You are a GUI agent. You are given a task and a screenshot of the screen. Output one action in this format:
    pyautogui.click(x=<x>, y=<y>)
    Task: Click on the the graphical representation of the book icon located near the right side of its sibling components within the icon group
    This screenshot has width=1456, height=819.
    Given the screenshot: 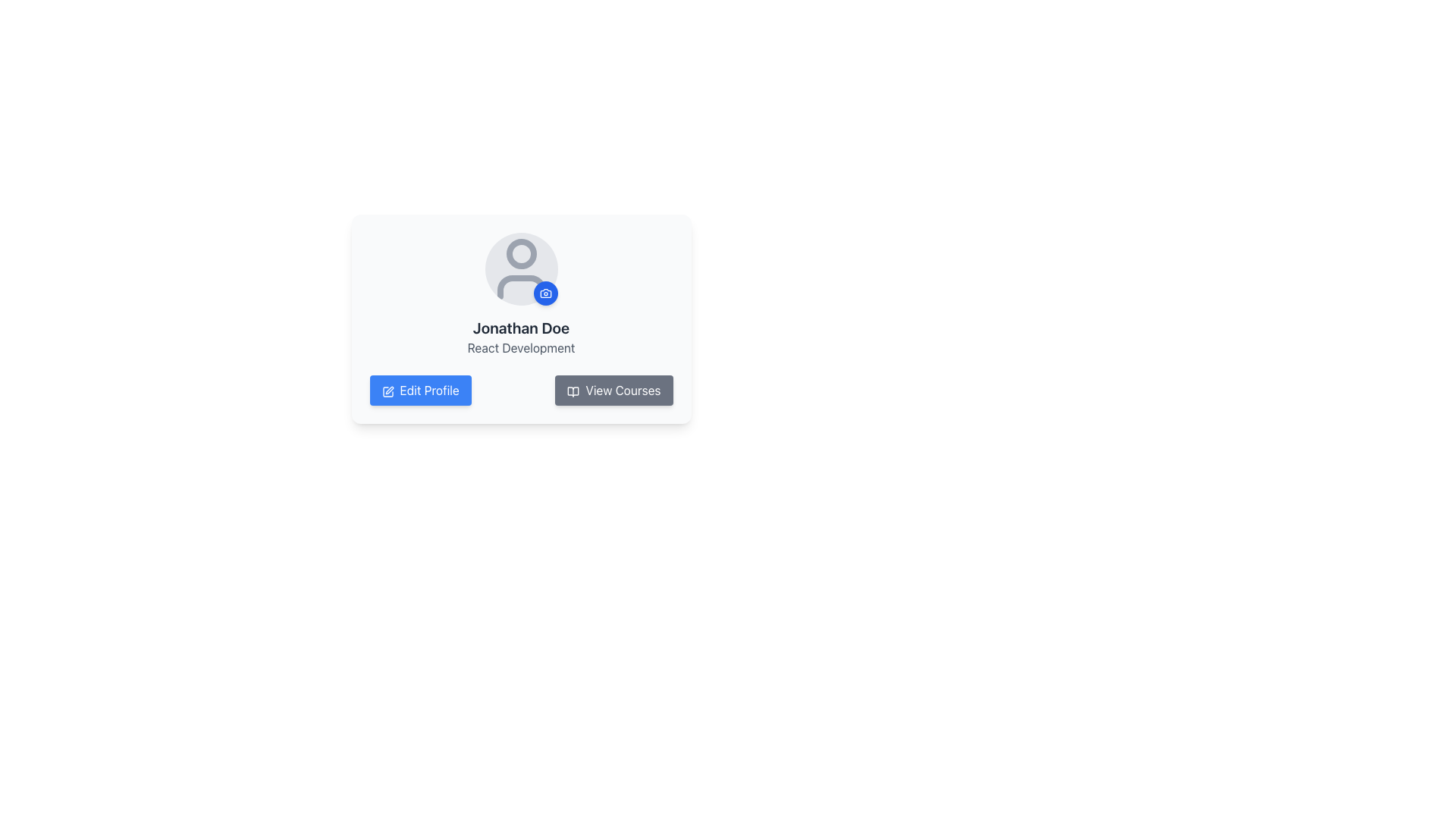 What is the action you would take?
    pyautogui.click(x=573, y=391)
    